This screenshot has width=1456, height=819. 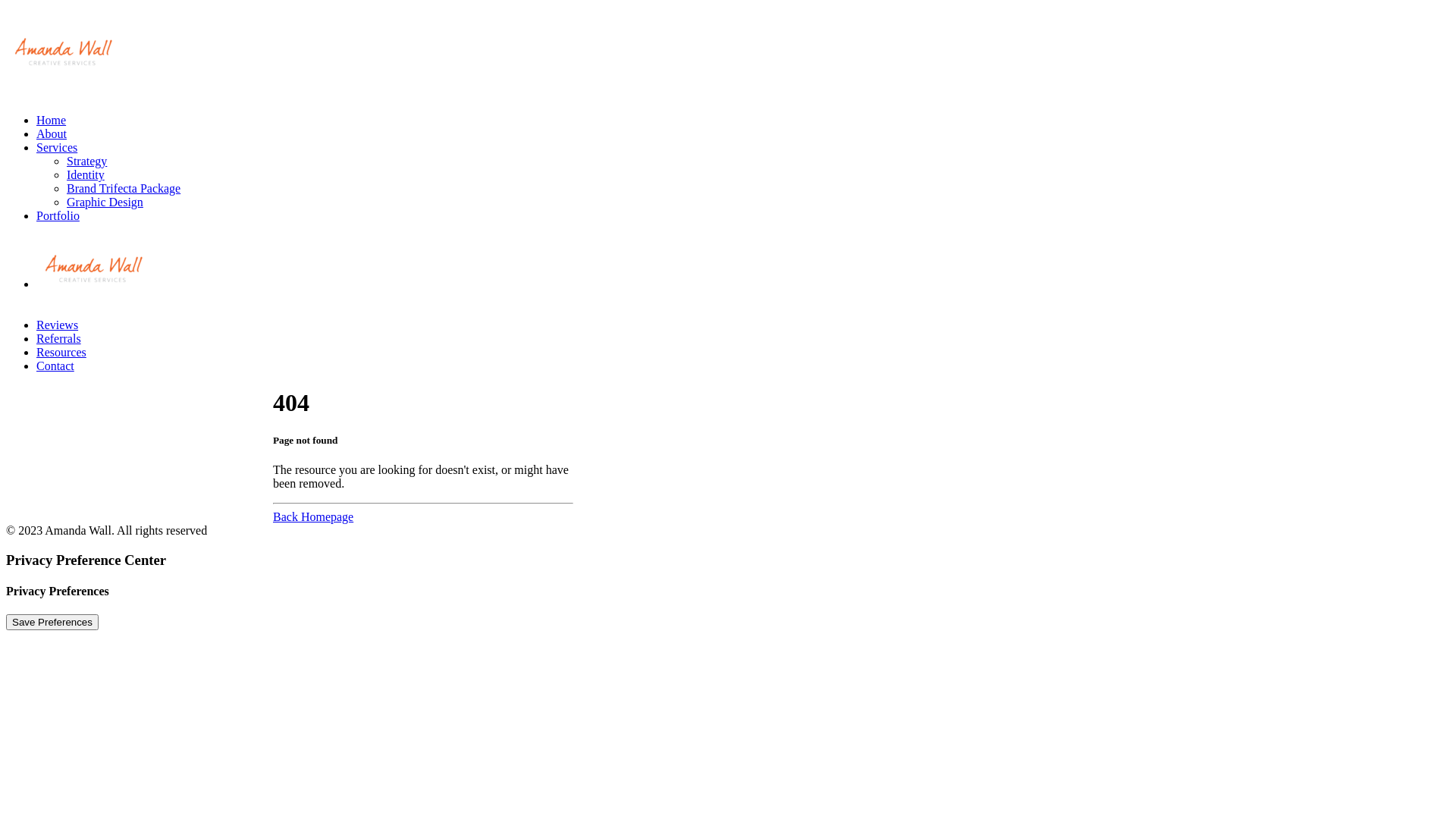 I want to click on 'Home', so click(x=51, y=119).